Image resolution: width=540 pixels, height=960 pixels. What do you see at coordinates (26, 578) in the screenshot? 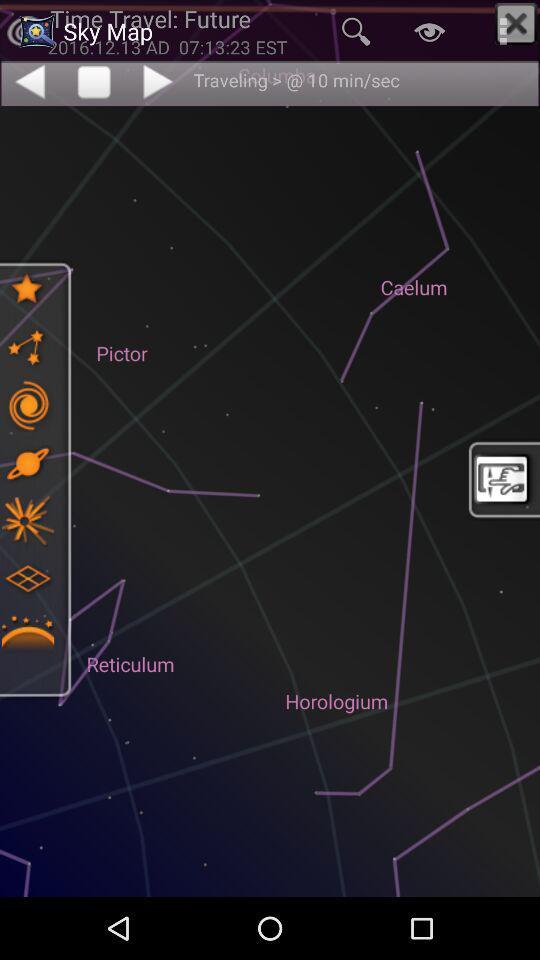
I see `the layers icon` at bounding box center [26, 578].